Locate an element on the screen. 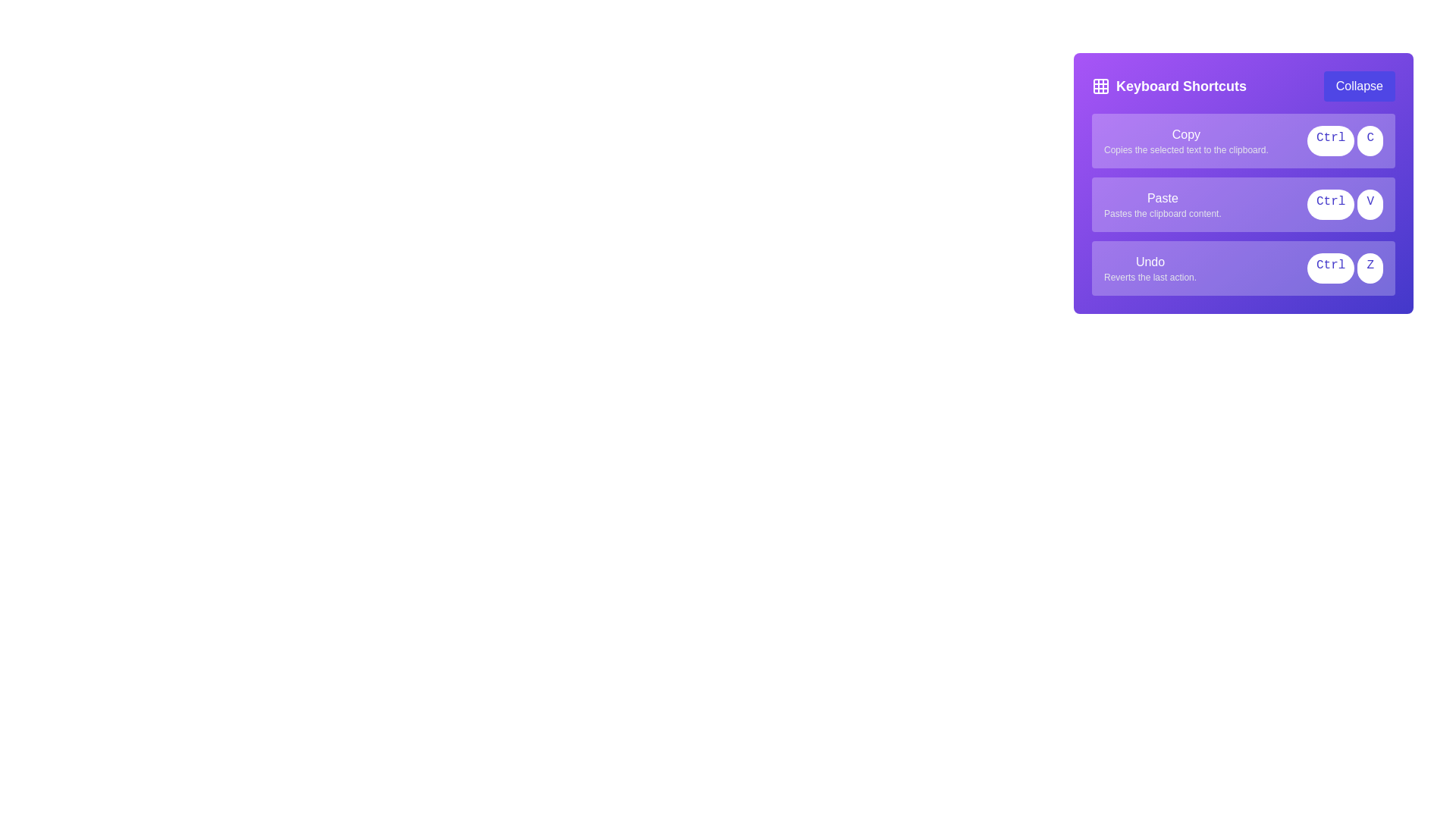  the instructional panel displaying the 'Copy' keyboard shortcut with keys 'Ctrl' and 'C' in the 'Keyboard Shortcuts' section is located at coordinates (1244, 140).